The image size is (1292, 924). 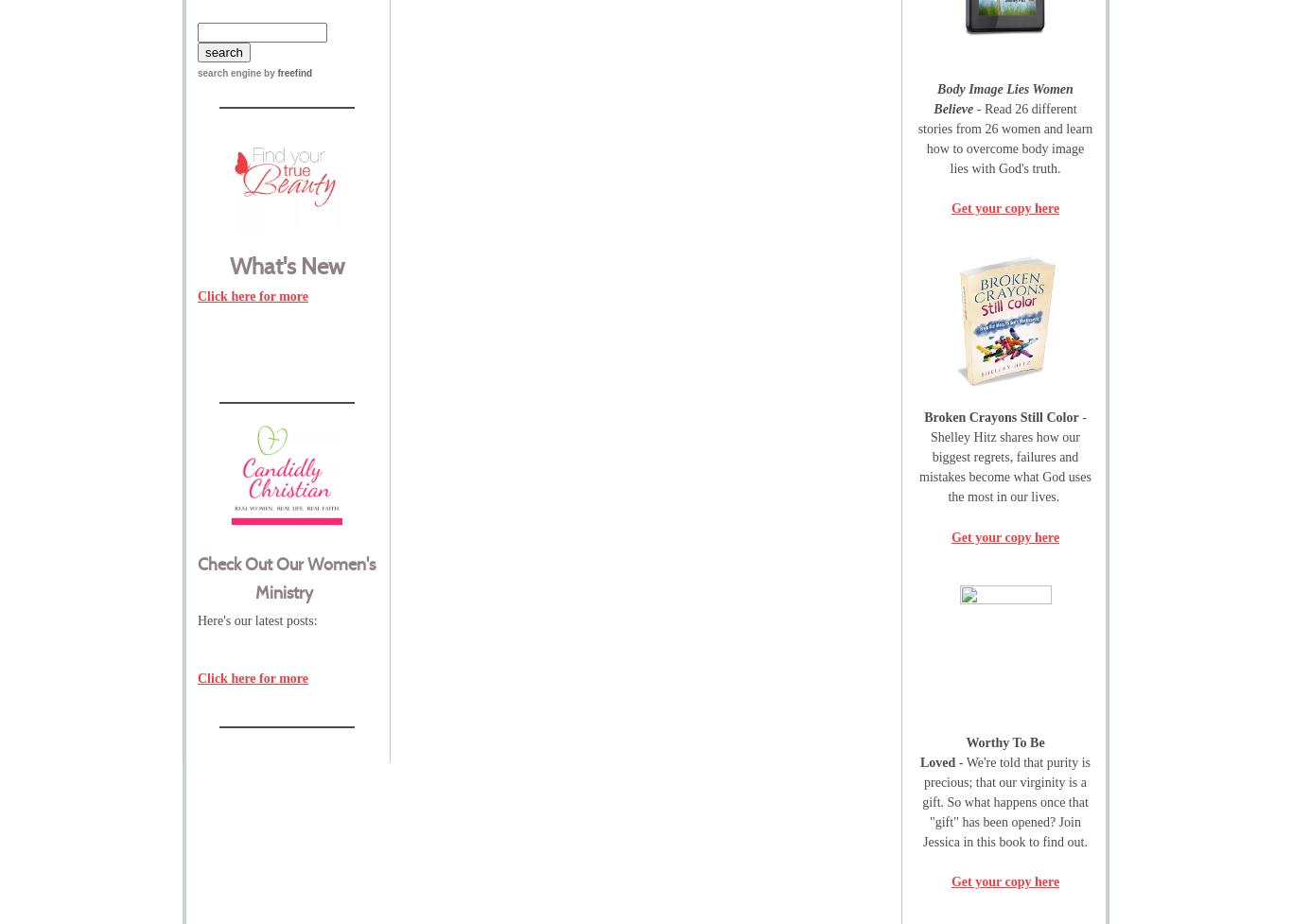 I want to click on 'Here's our latest posts:', so click(x=196, y=620).